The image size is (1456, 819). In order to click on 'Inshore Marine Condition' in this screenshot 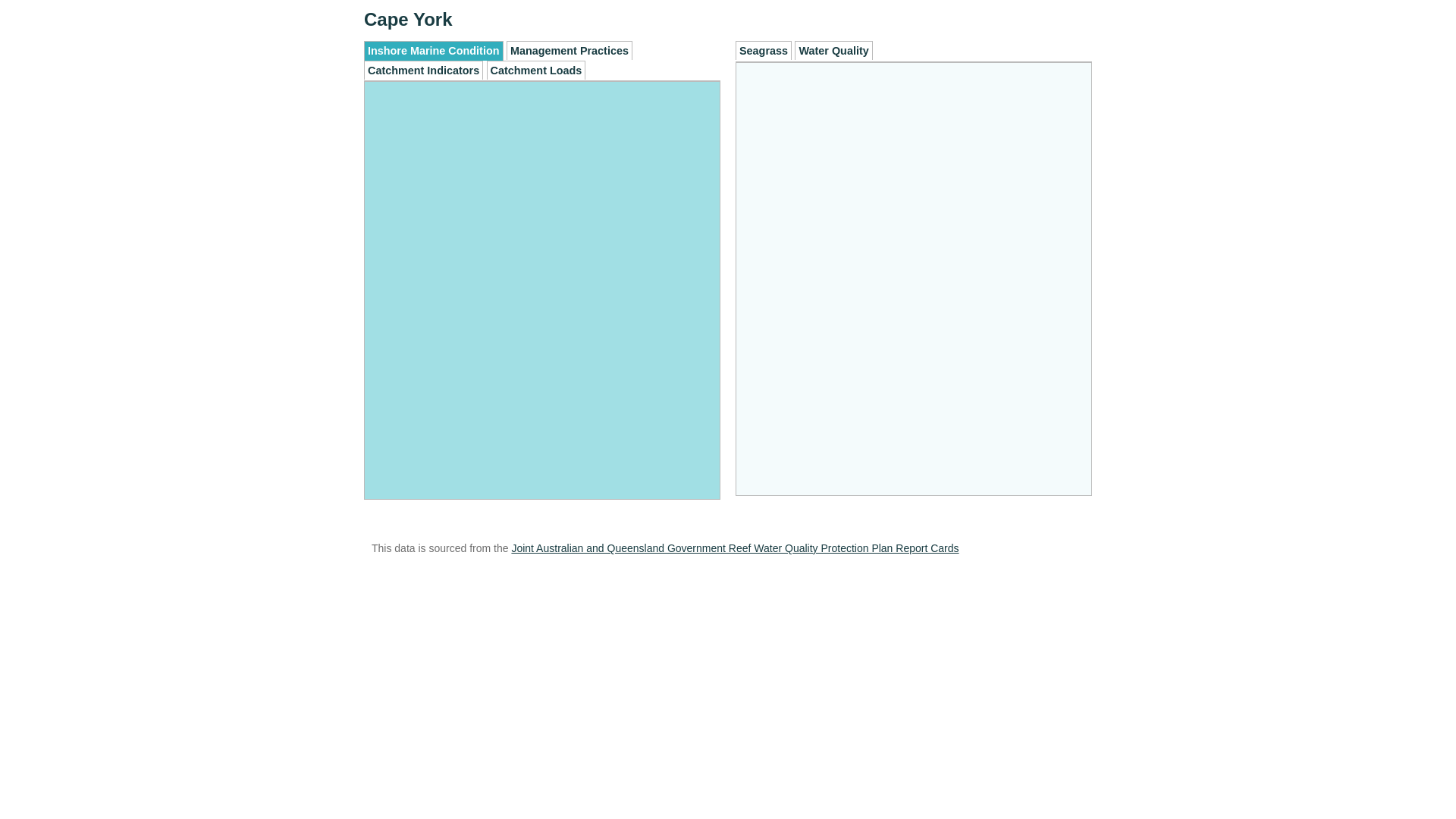, I will do `click(432, 49)`.